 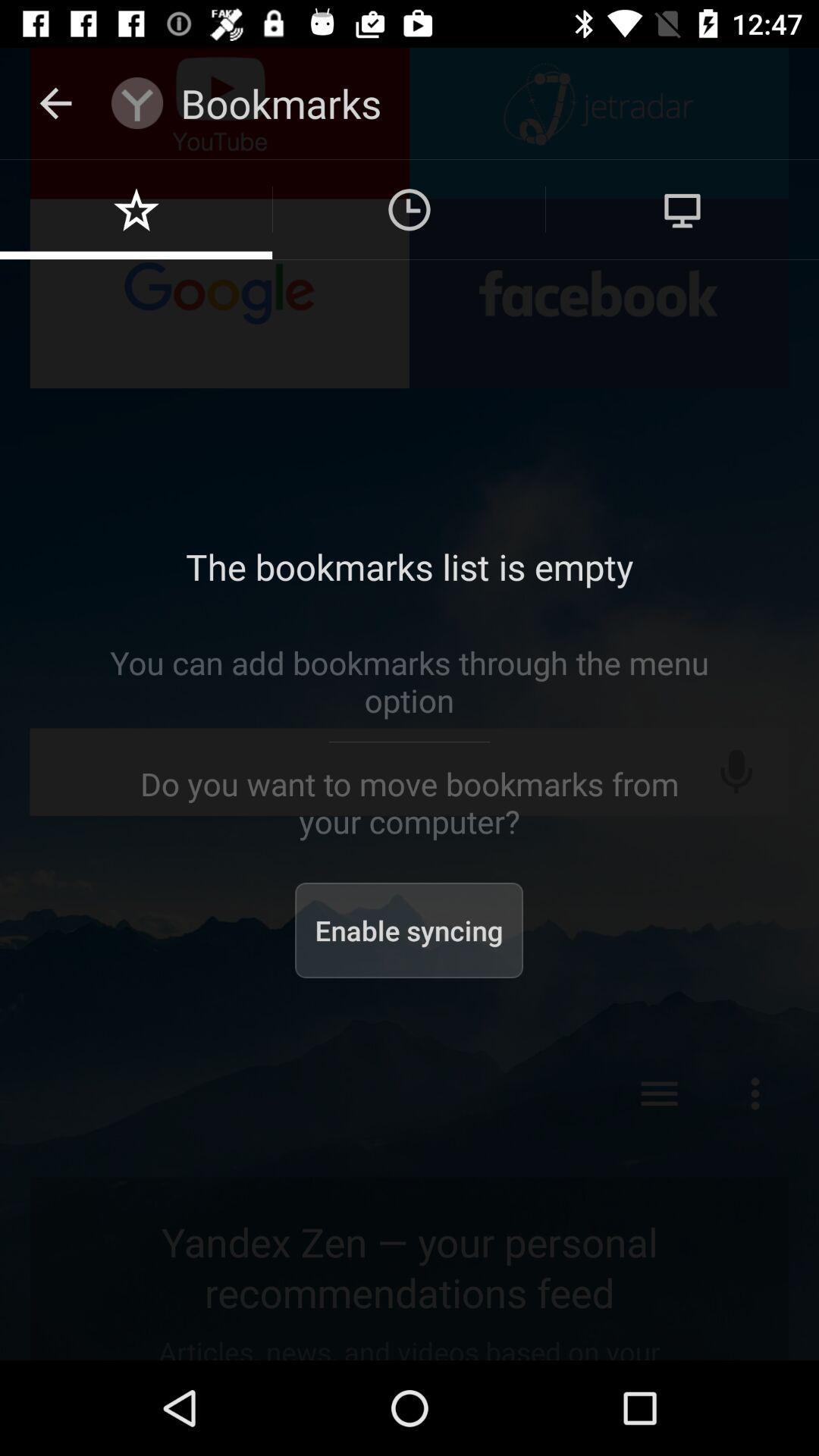 What do you see at coordinates (408, 930) in the screenshot?
I see `item below the do you want icon` at bounding box center [408, 930].